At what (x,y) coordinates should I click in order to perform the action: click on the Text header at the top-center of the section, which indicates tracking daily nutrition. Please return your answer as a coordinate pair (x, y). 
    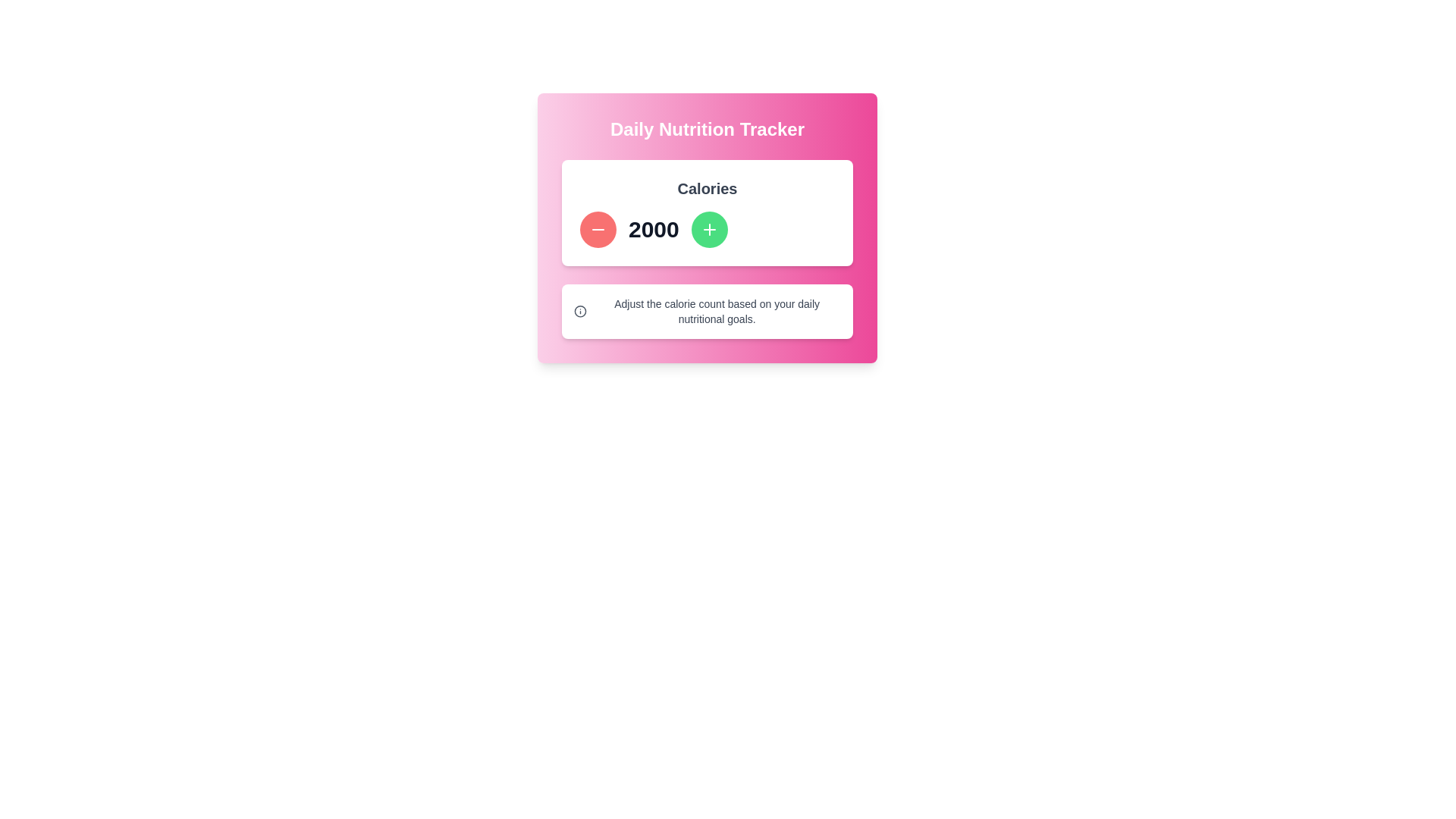
    Looking at the image, I should click on (706, 128).